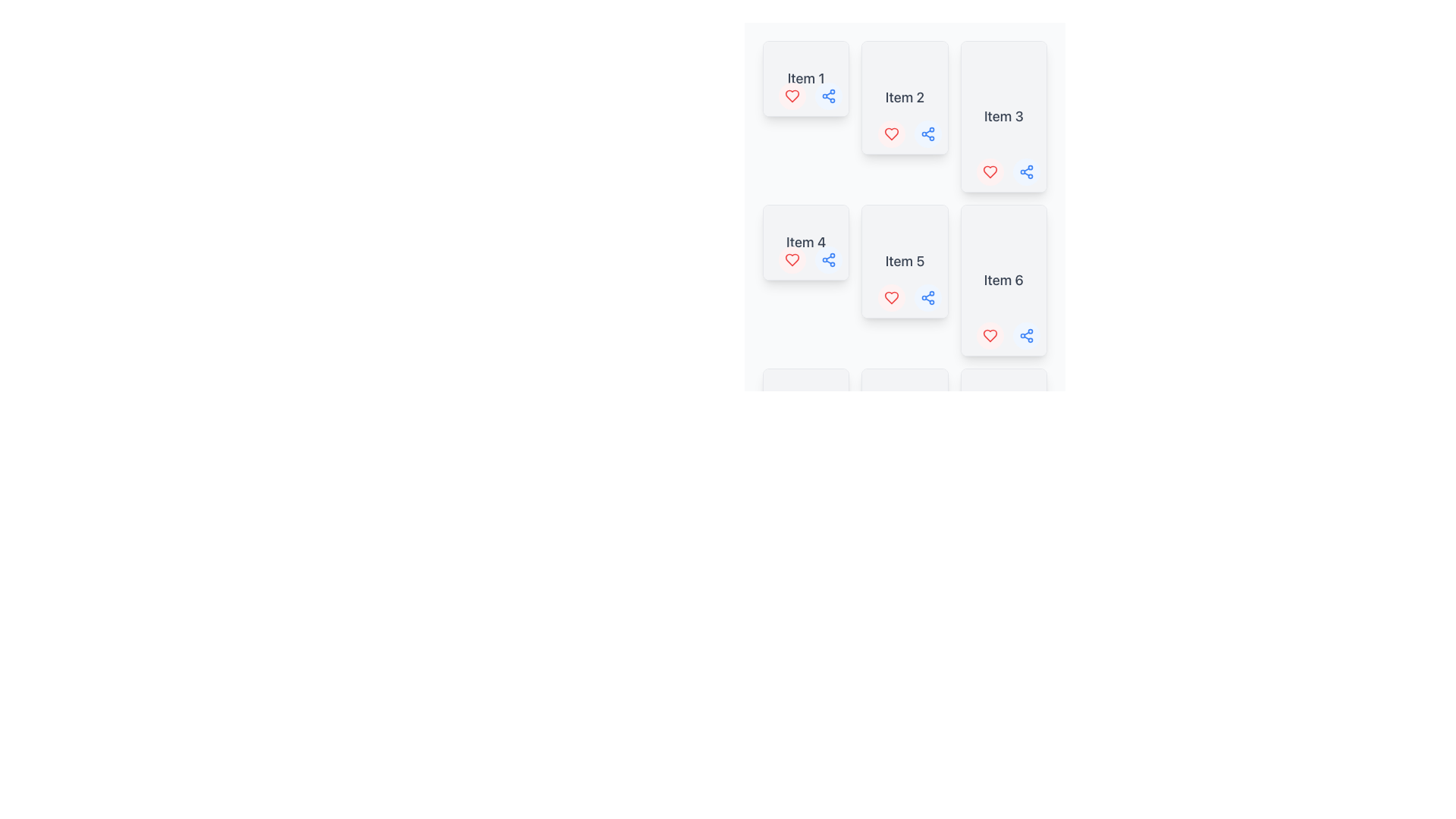 The height and width of the screenshot is (819, 1456). I want to click on text from the title label located inside the first card in the top-left corner of the grid layout, so click(805, 79).